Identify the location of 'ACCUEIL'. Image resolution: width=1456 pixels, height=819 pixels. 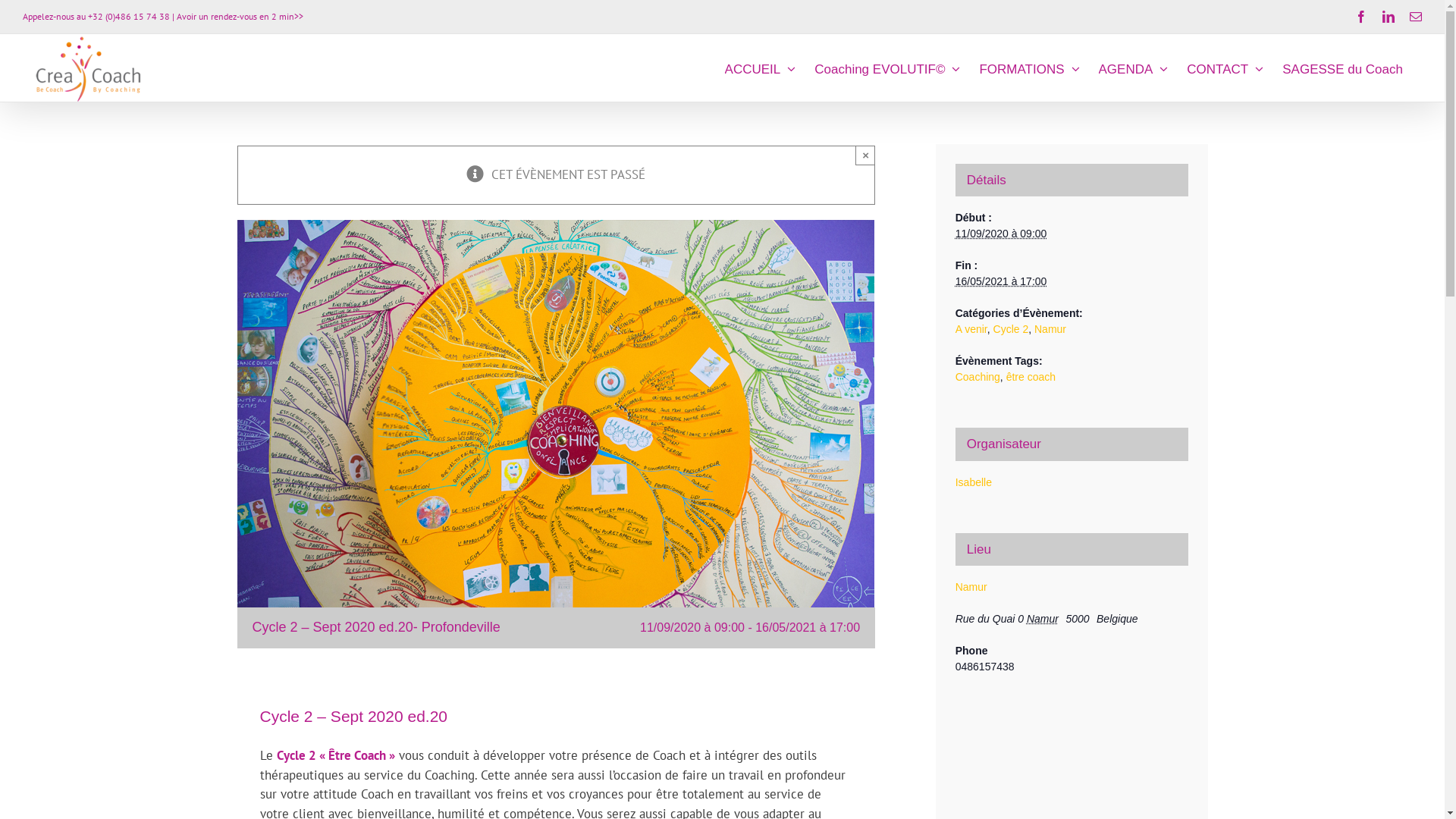
(761, 67).